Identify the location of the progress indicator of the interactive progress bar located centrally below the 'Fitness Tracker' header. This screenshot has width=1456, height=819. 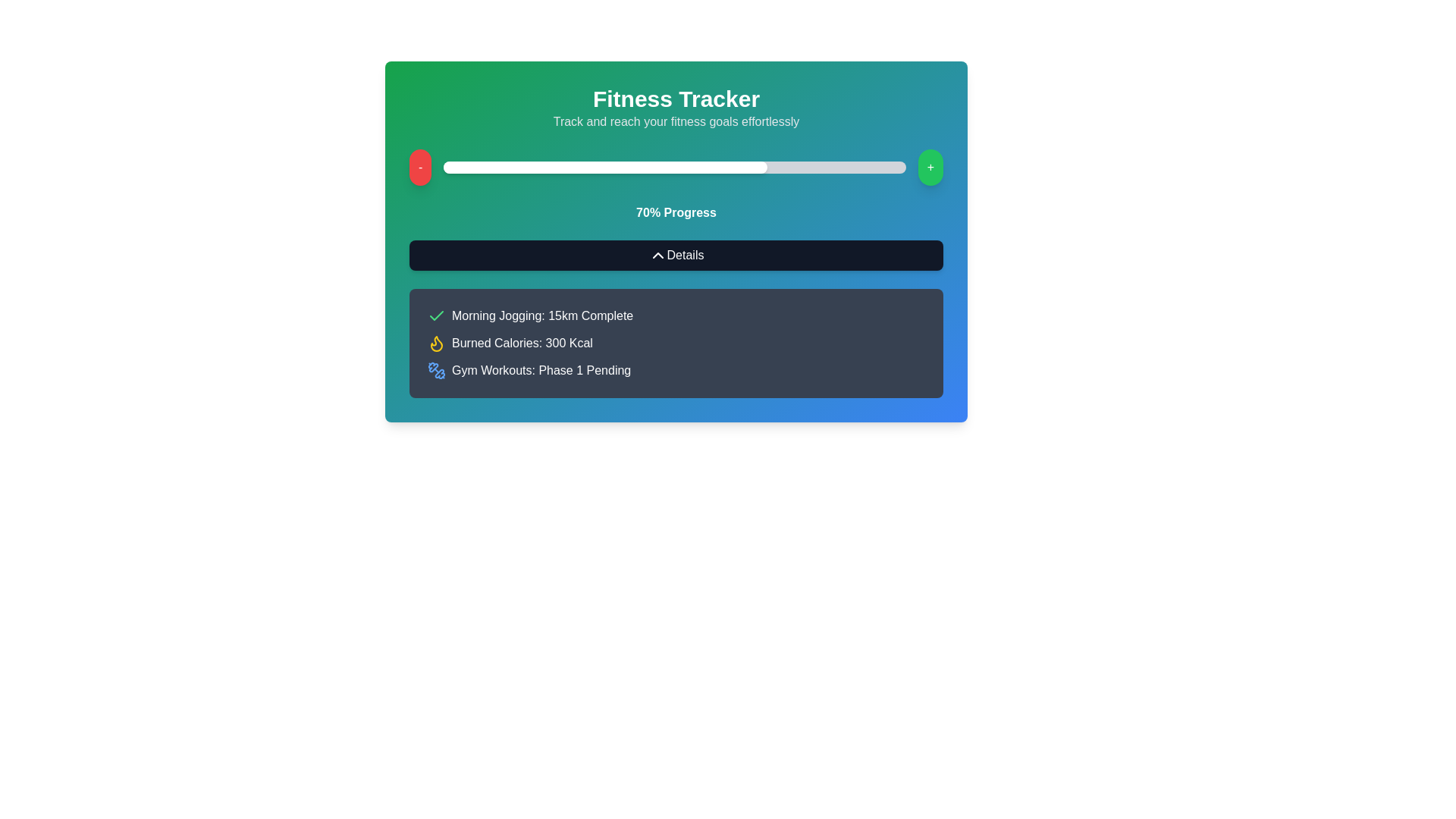
(676, 167).